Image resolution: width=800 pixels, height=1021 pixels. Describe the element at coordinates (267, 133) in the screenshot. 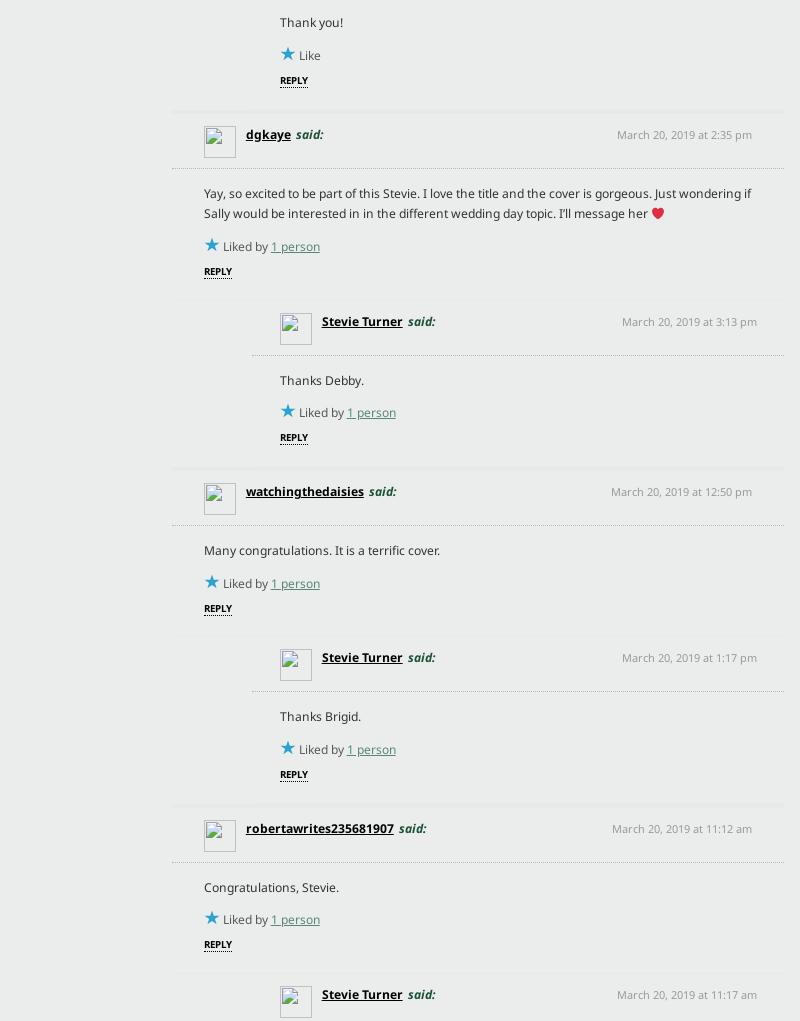

I see `'dgkaye'` at that location.